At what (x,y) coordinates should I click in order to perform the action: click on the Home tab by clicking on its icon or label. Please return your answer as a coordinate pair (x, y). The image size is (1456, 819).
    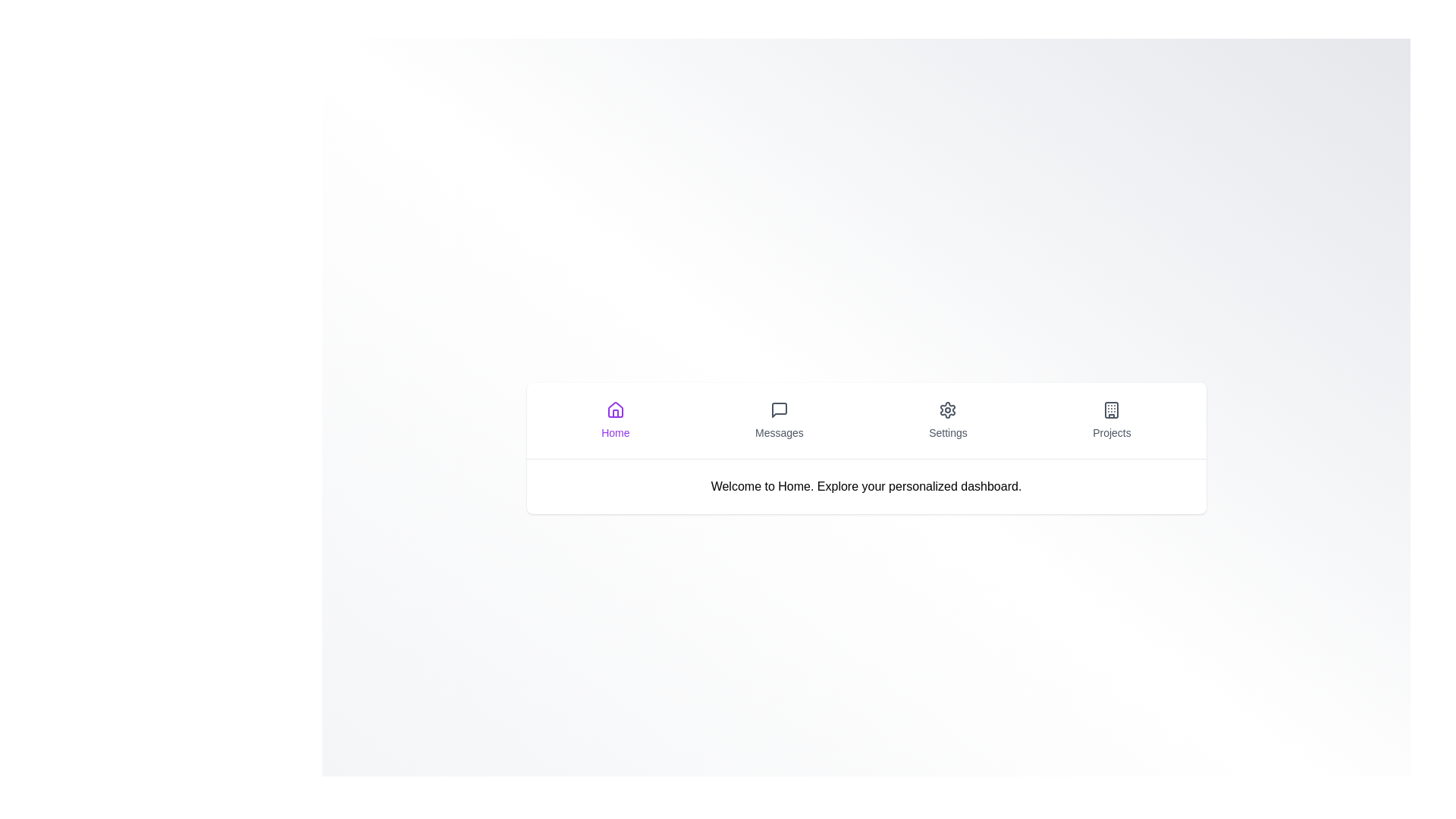
    Looking at the image, I should click on (615, 420).